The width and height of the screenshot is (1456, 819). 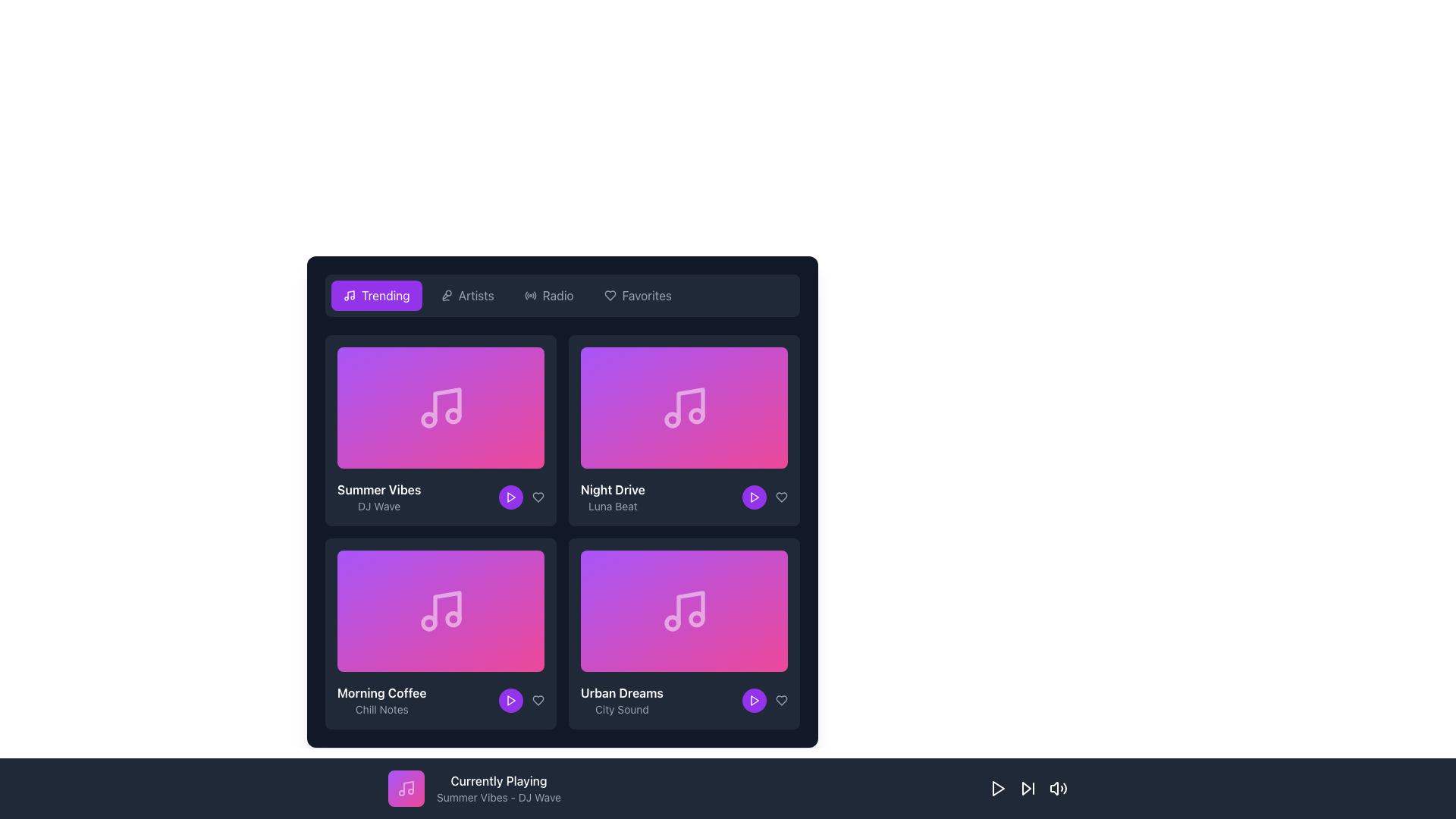 What do you see at coordinates (428, 420) in the screenshot?
I see `the leftmost circular shape of the music icon within the 'Summer Vibes' card, which is a small circular UI graphical component against a gradient pink and purple background` at bounding box center [428, 420].